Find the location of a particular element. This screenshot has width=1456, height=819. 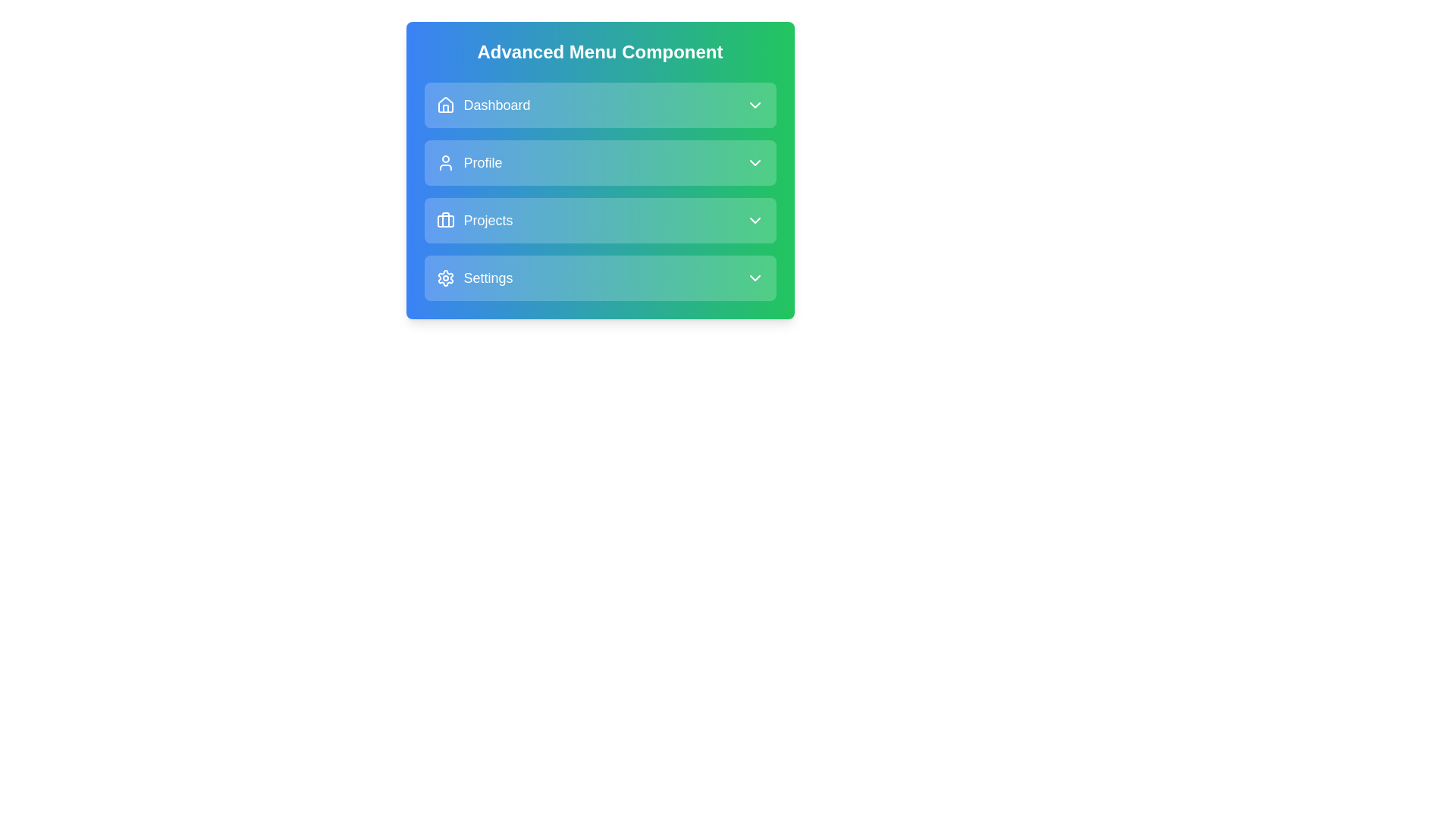

the 'Profile' menu option, which is the second item is located at coordinates (599, 163).